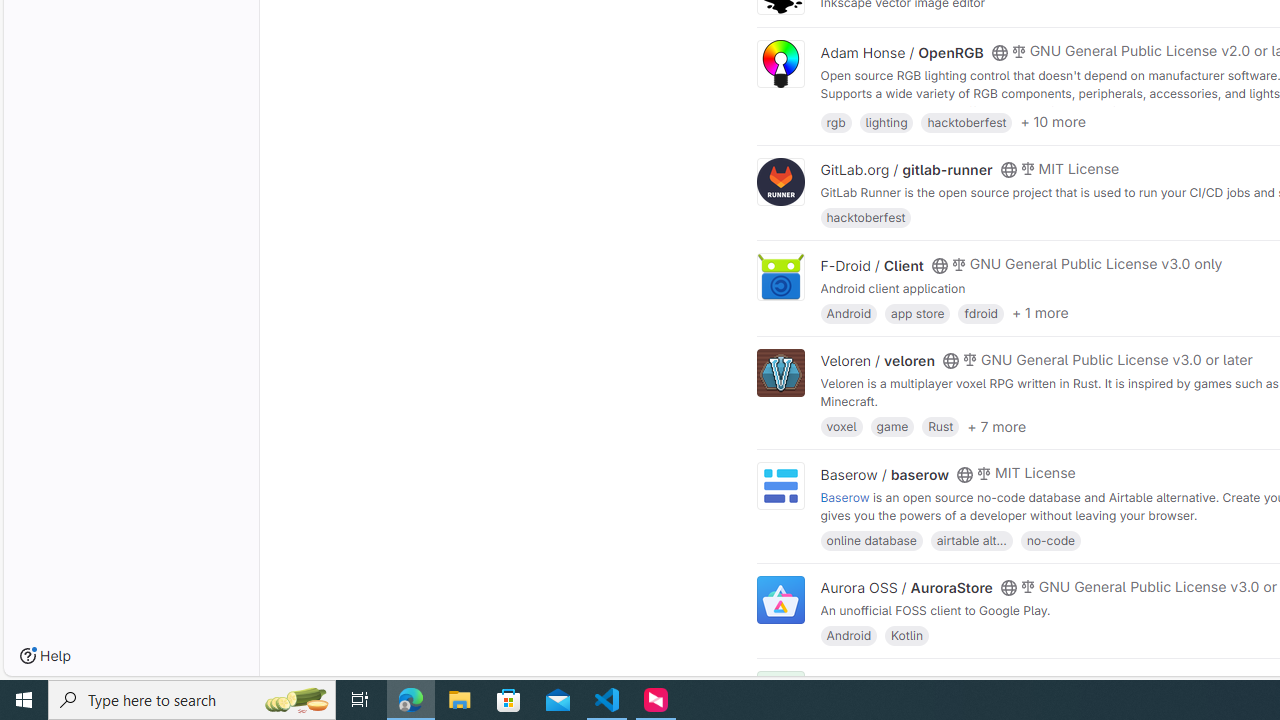 Image resolution: width=1280 pixels, height=720 pixels. Describe the element at coordinates (871, 538) in the screenshot. I see `'online database'` at that location.